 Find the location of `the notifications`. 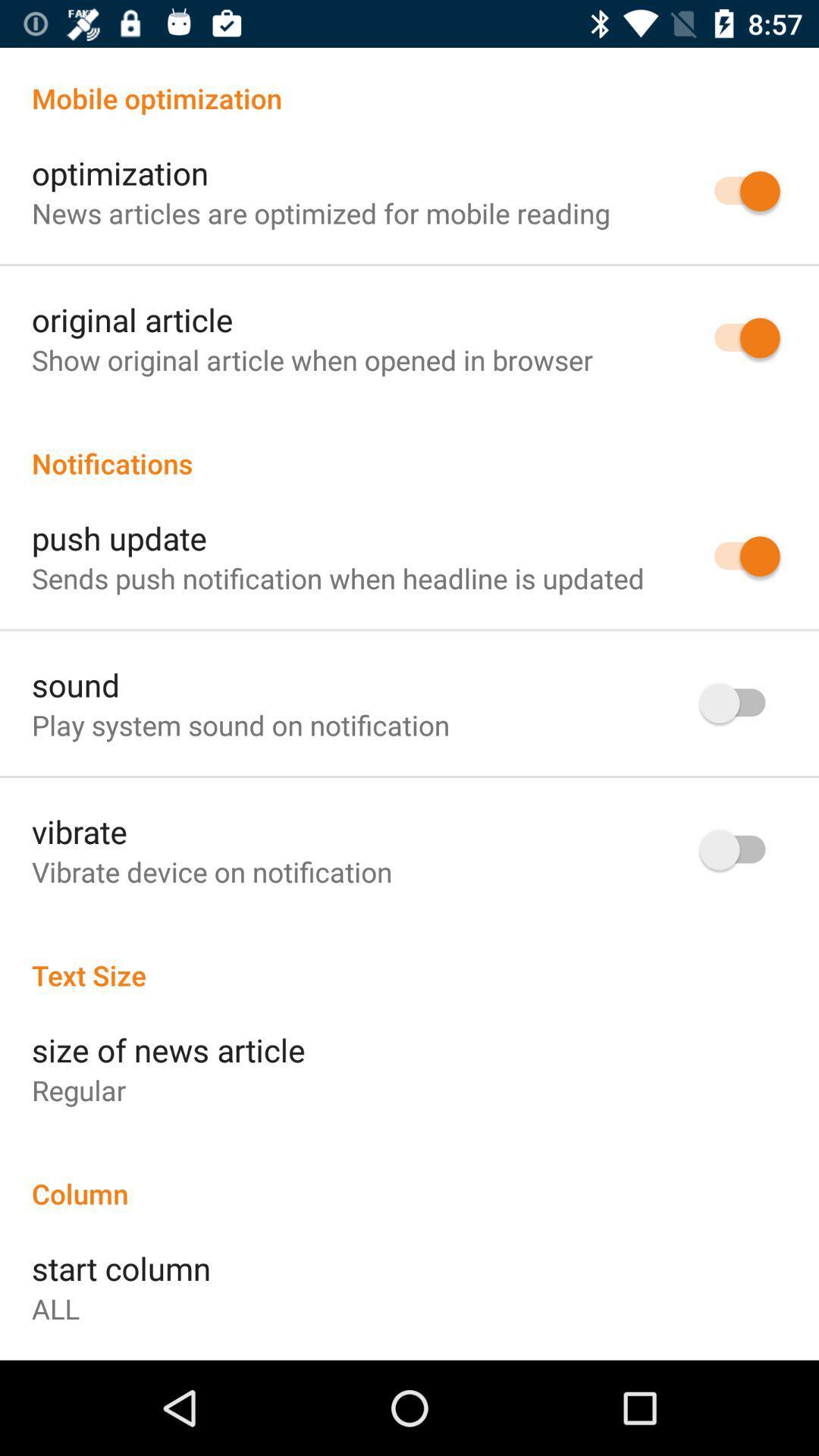

the notifications is located at coordinates (409, 447).